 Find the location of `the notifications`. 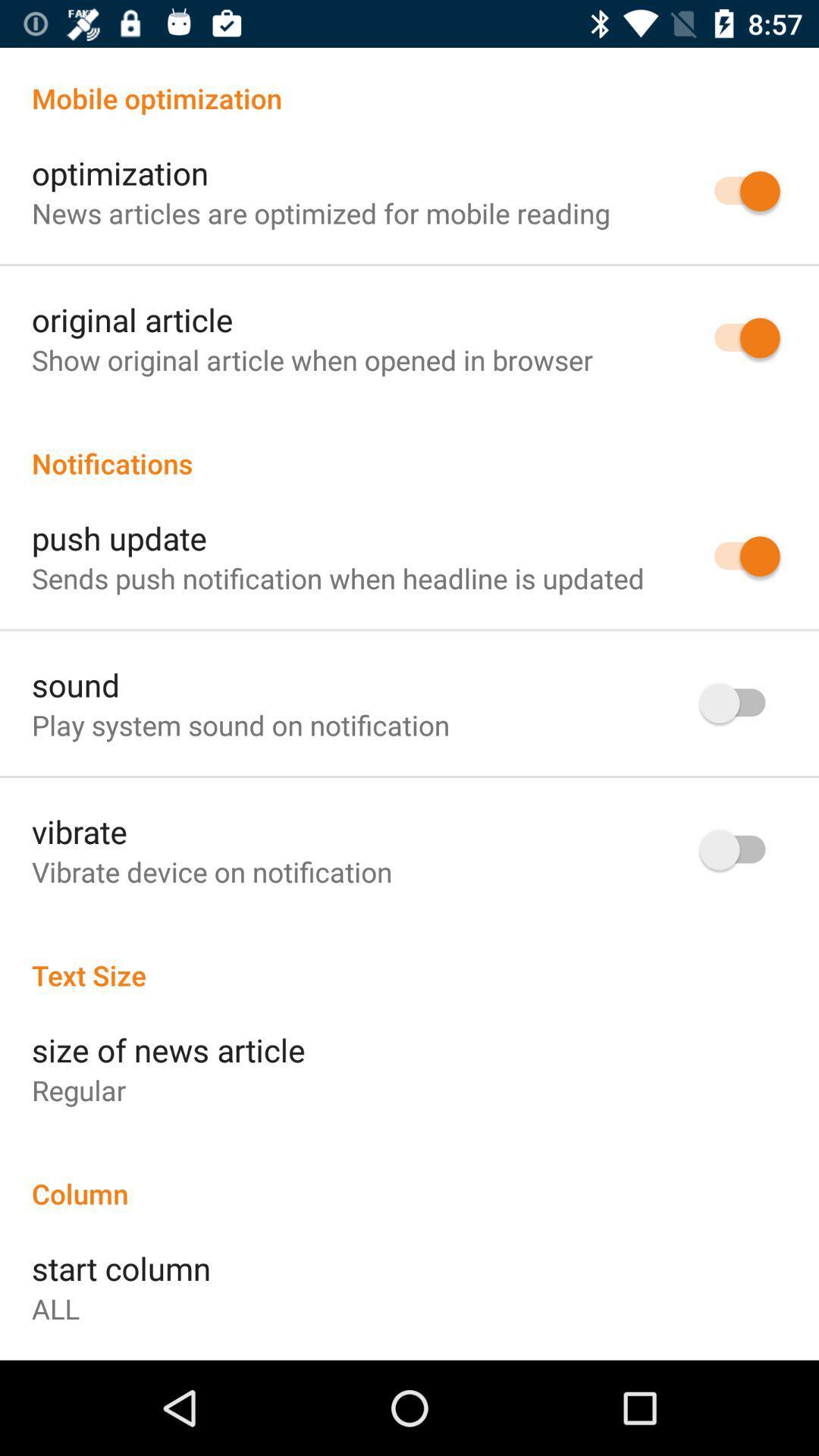

the notifications is located at coordinates (409, 447).